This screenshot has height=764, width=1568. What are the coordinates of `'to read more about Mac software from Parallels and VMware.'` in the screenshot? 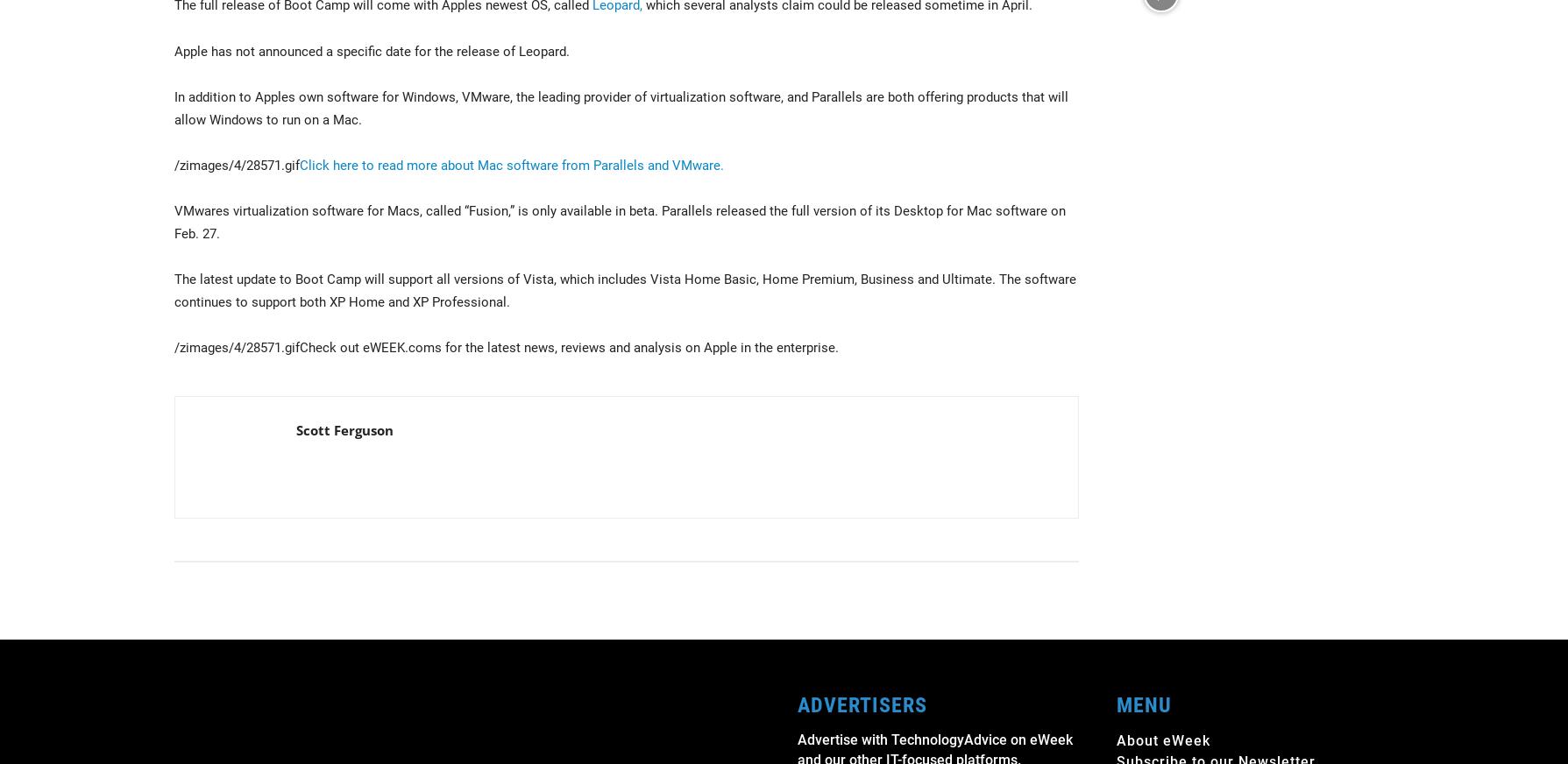 It's located at (357, 165).